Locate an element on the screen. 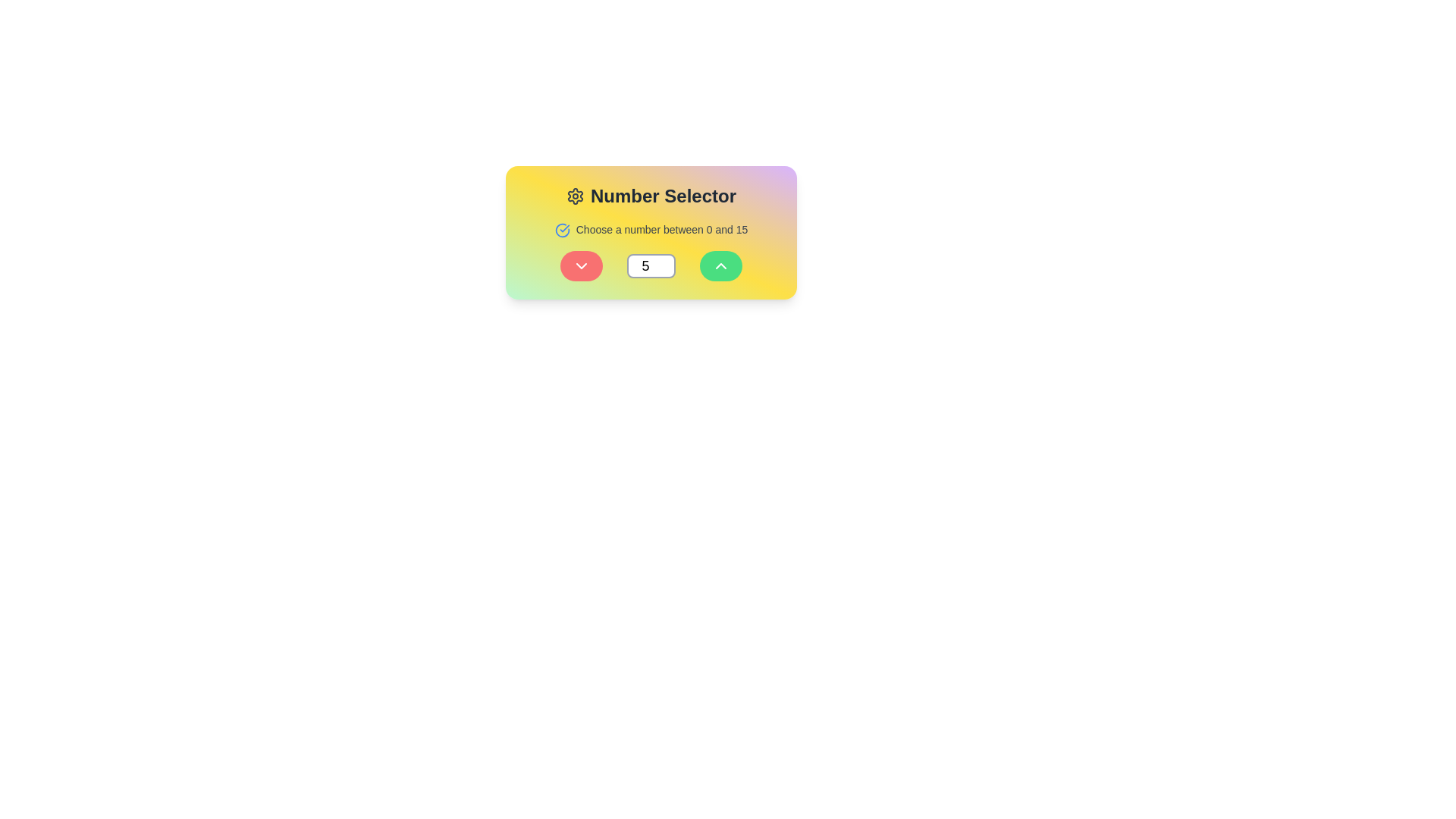  the 'Number Selector' text label with a gear icon, which is centrally aligned at the top of a colorful card component is located at coordinates (651, 195).